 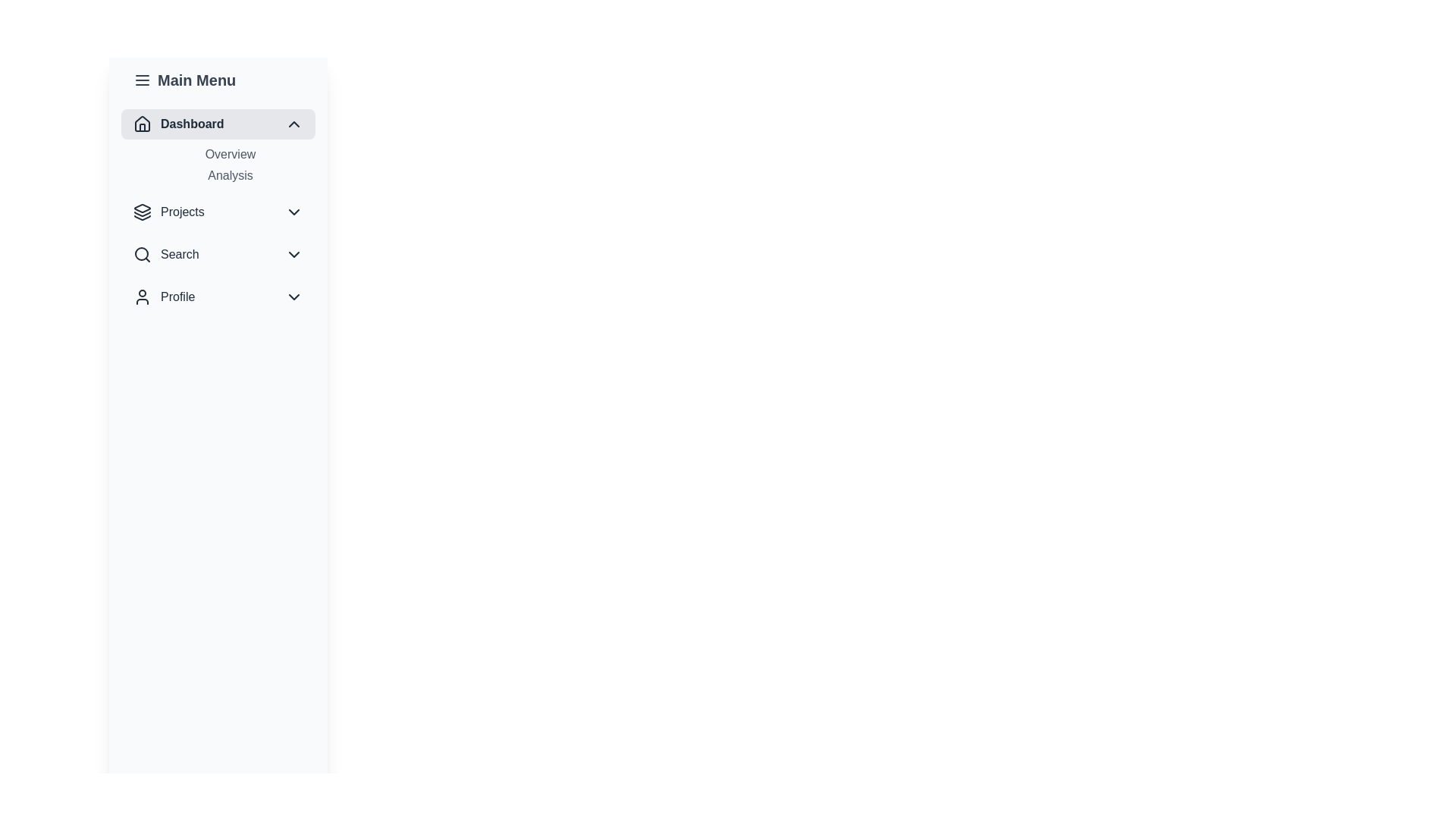 What do you see at coordinates (142, 124) in the screenshot?
I see `the Dashboard icon located in the left sidebar, adjacent to the 'Dashboard' text` at bounding box center [142, 124].